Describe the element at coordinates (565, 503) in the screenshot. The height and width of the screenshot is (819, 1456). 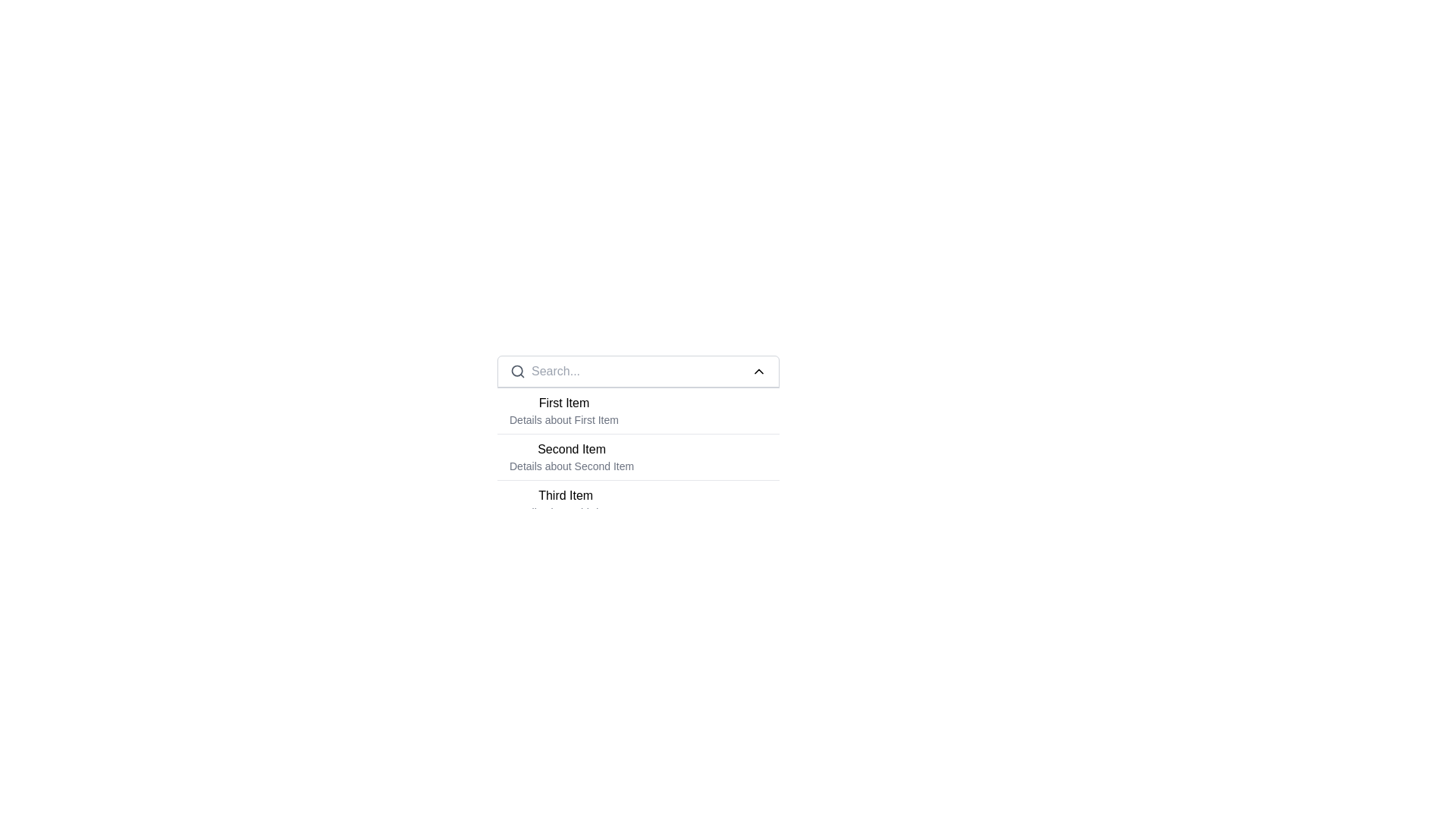
I see `the Text display component that shows information about the 'Third Item', which is positioned below 'Second Item' in a vertically listed group of similar elements` at that location.